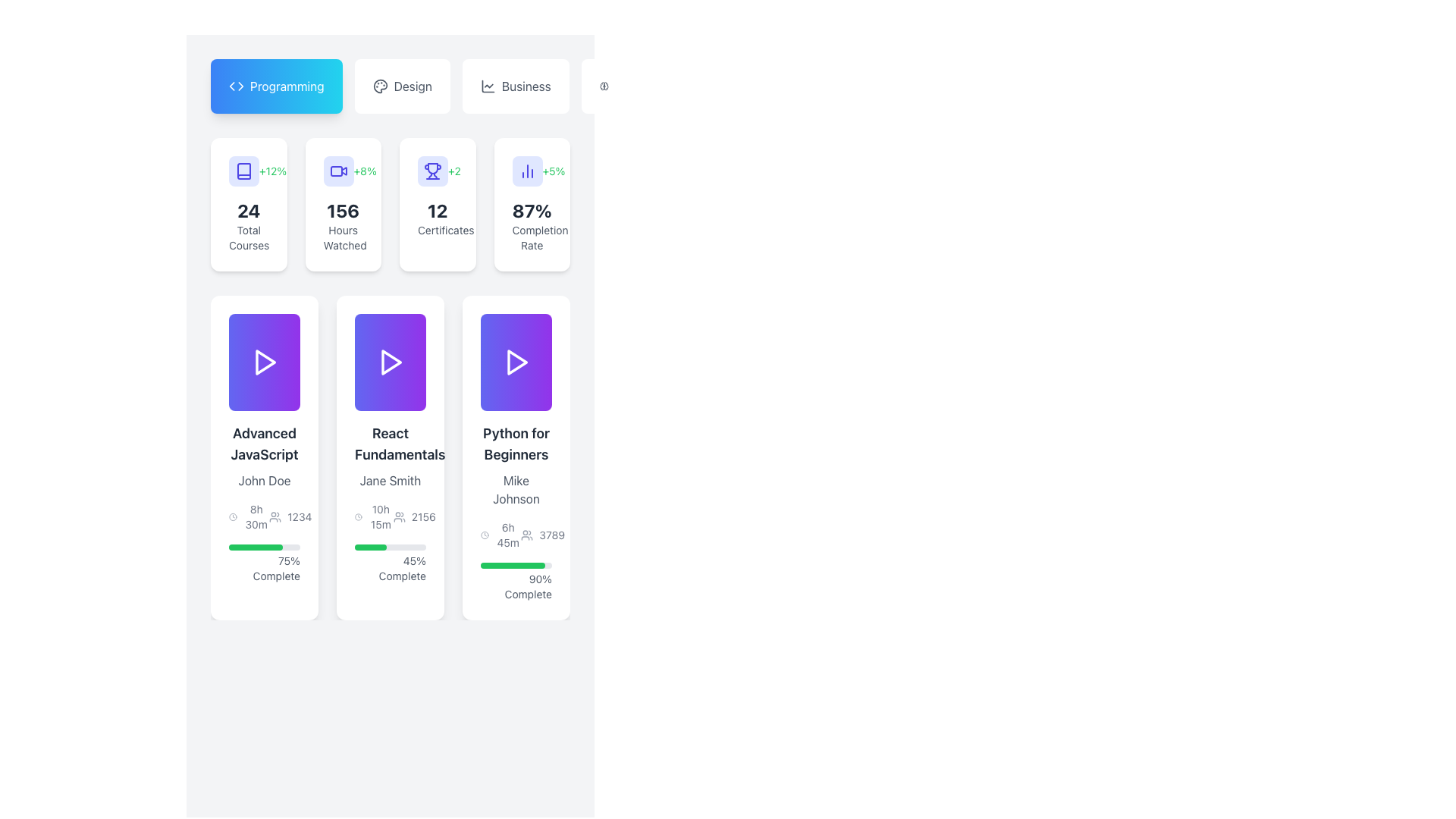 The image size is (1456, 819). What do you see at coordinates (249, 210) in the screenshot?
I see `the static text element that displays the total count of courses, which is centrally aligned below the percentage indicator and above the label 'Total Courses'` at bounding box center [249, 210].